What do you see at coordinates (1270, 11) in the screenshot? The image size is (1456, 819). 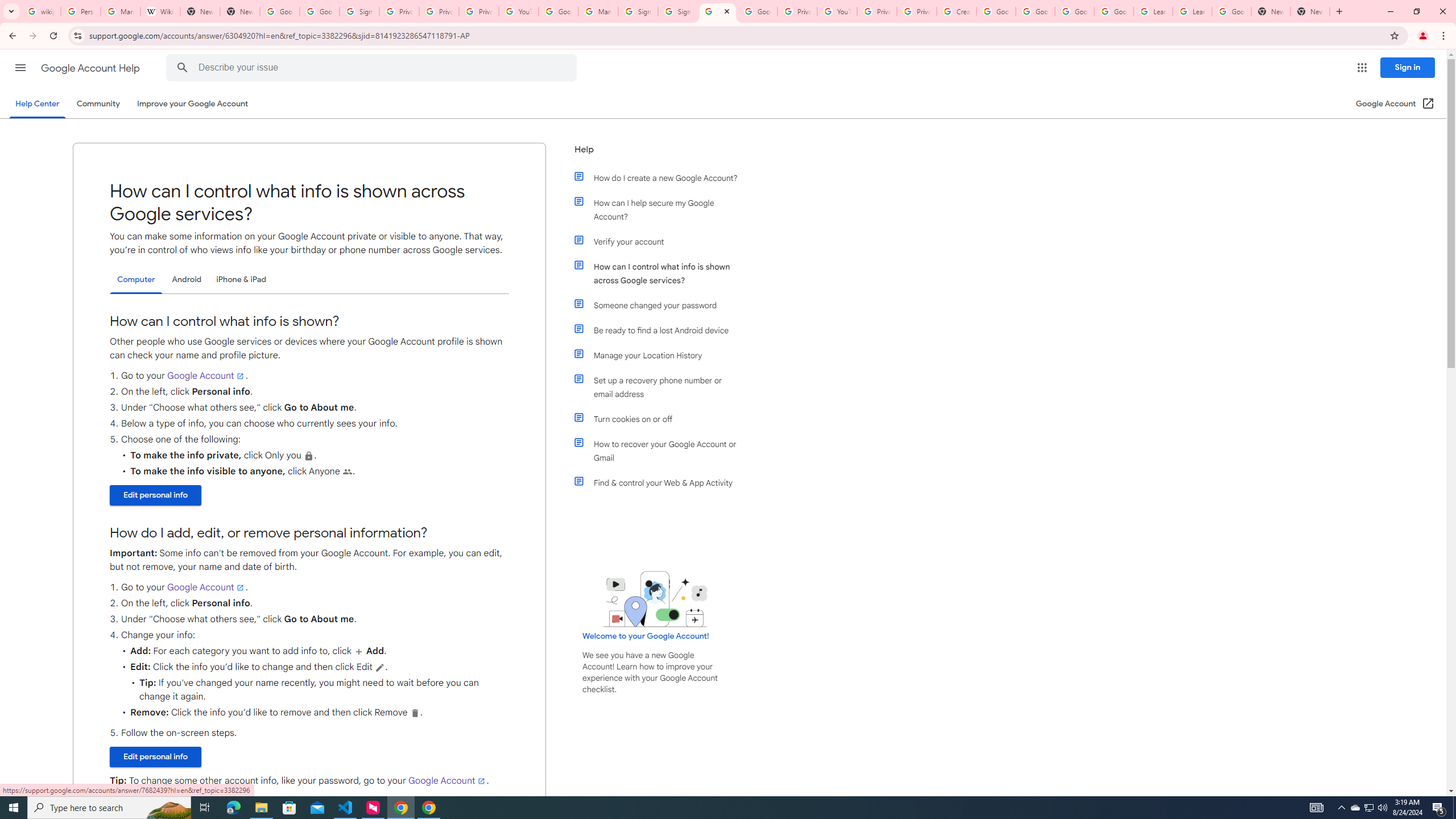 I see `'New Tab'` at bounding box center [1270, 11].